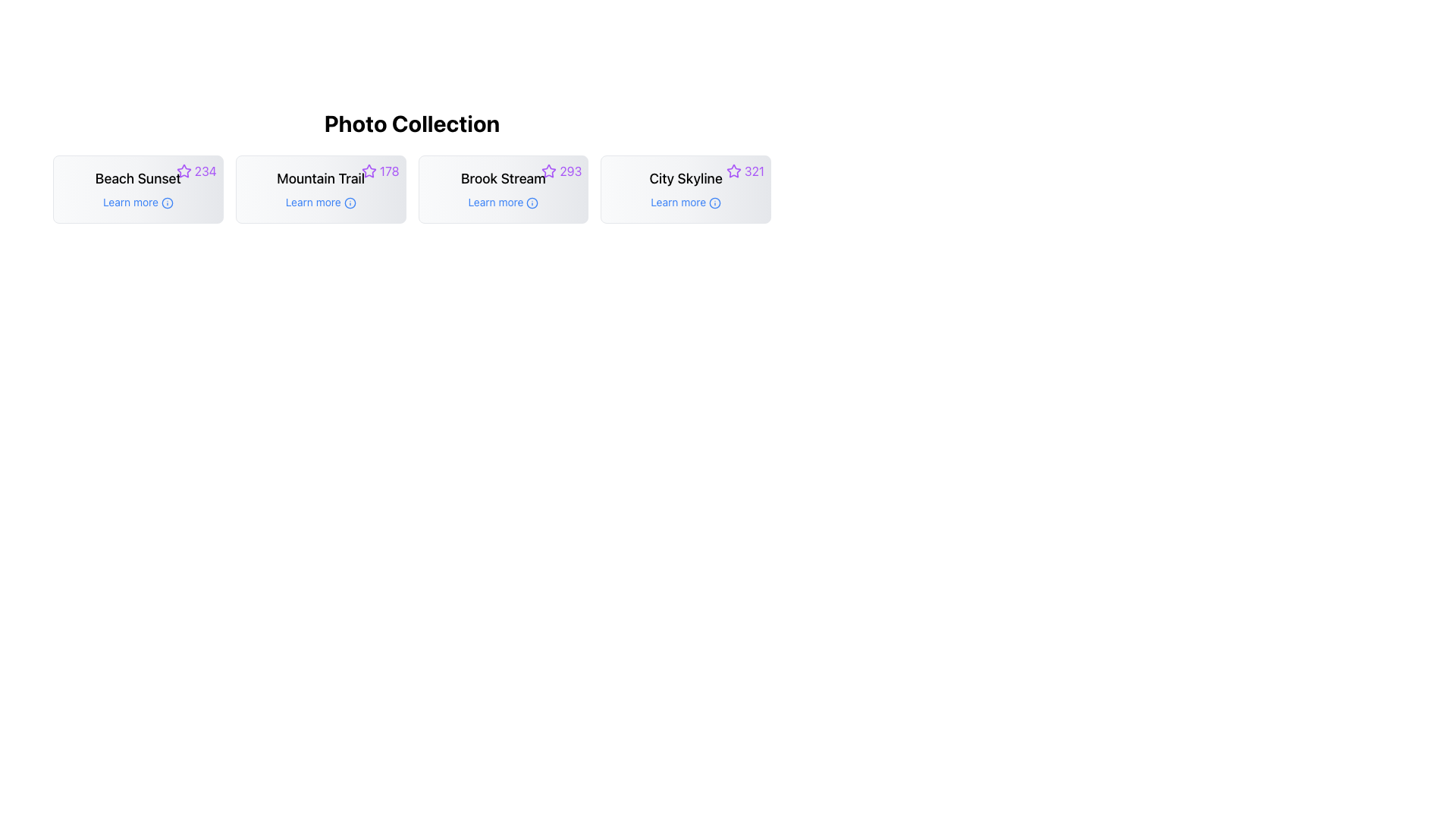 This screenshot has height=819, width=1456. Describe the element at coordinates (503, 177) in the screenshot. I see `the central title Text Label of the third card in a grid layout` at that location.